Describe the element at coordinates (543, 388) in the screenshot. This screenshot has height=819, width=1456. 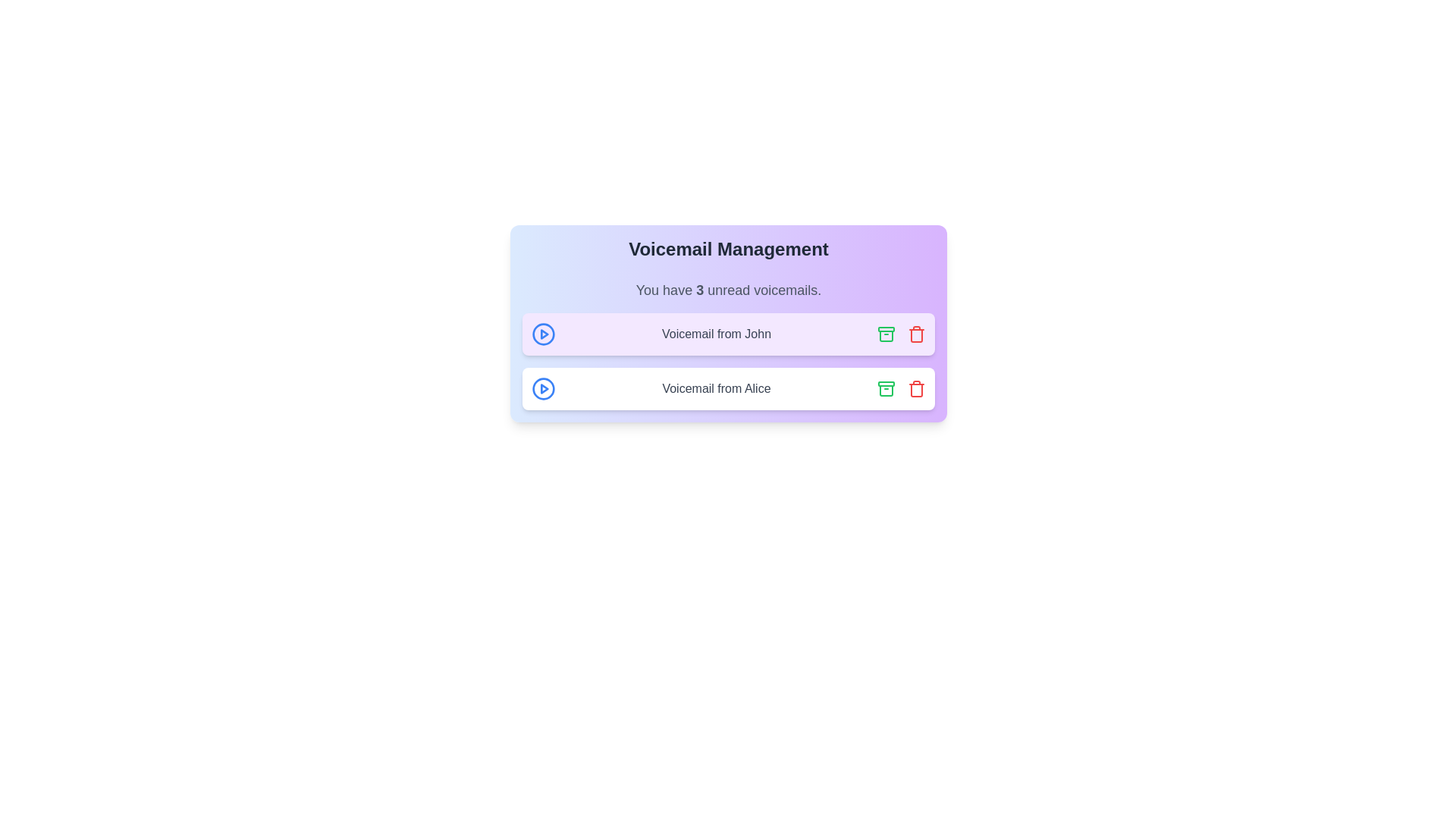
I see `the circular play button icon with a blue outline and inner triangular play symbol, located next to the voicemail entry labeled 'Voicemail from Alice'` at that location.